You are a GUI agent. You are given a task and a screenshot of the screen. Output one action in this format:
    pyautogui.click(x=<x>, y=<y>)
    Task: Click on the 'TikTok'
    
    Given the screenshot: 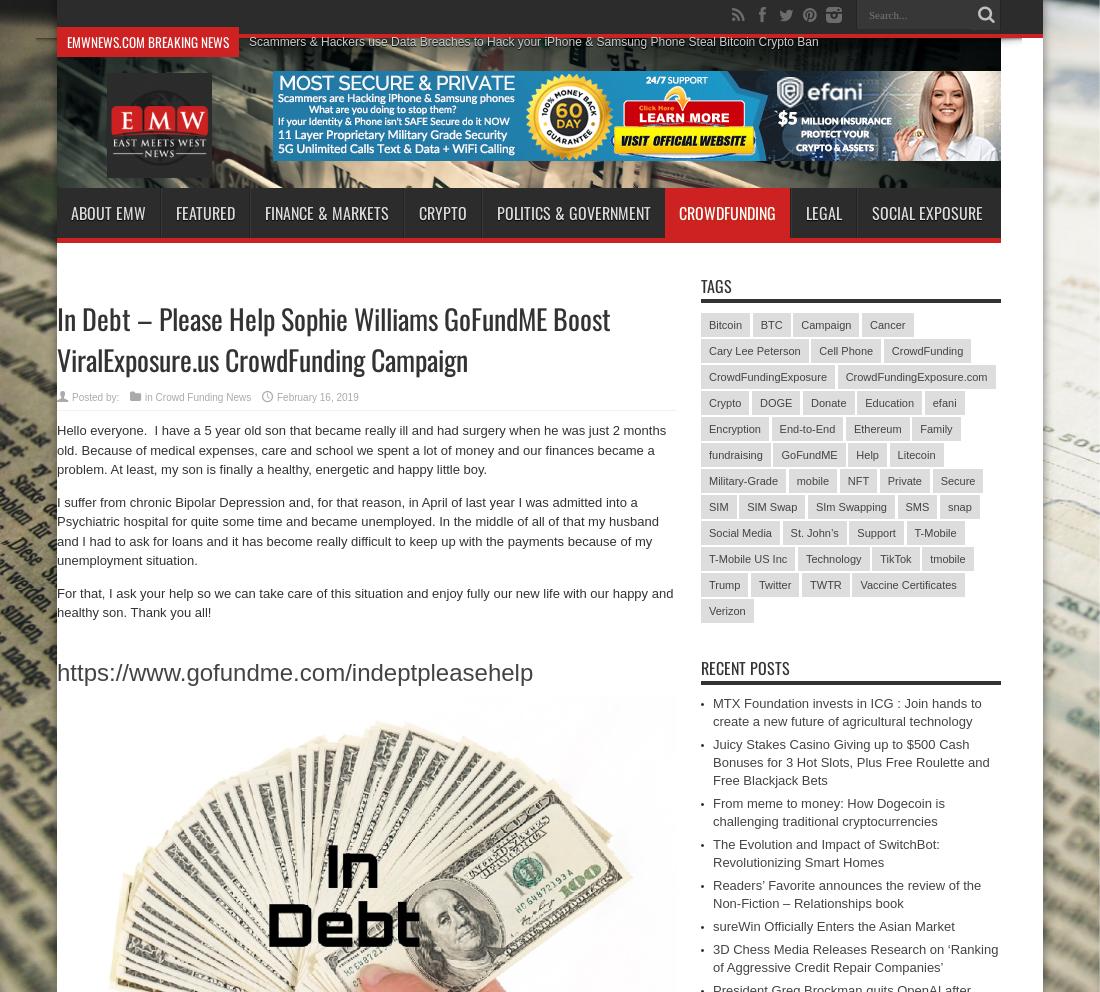 What is the action you would take?
    pyautogui.click(x=895, y=558)
    